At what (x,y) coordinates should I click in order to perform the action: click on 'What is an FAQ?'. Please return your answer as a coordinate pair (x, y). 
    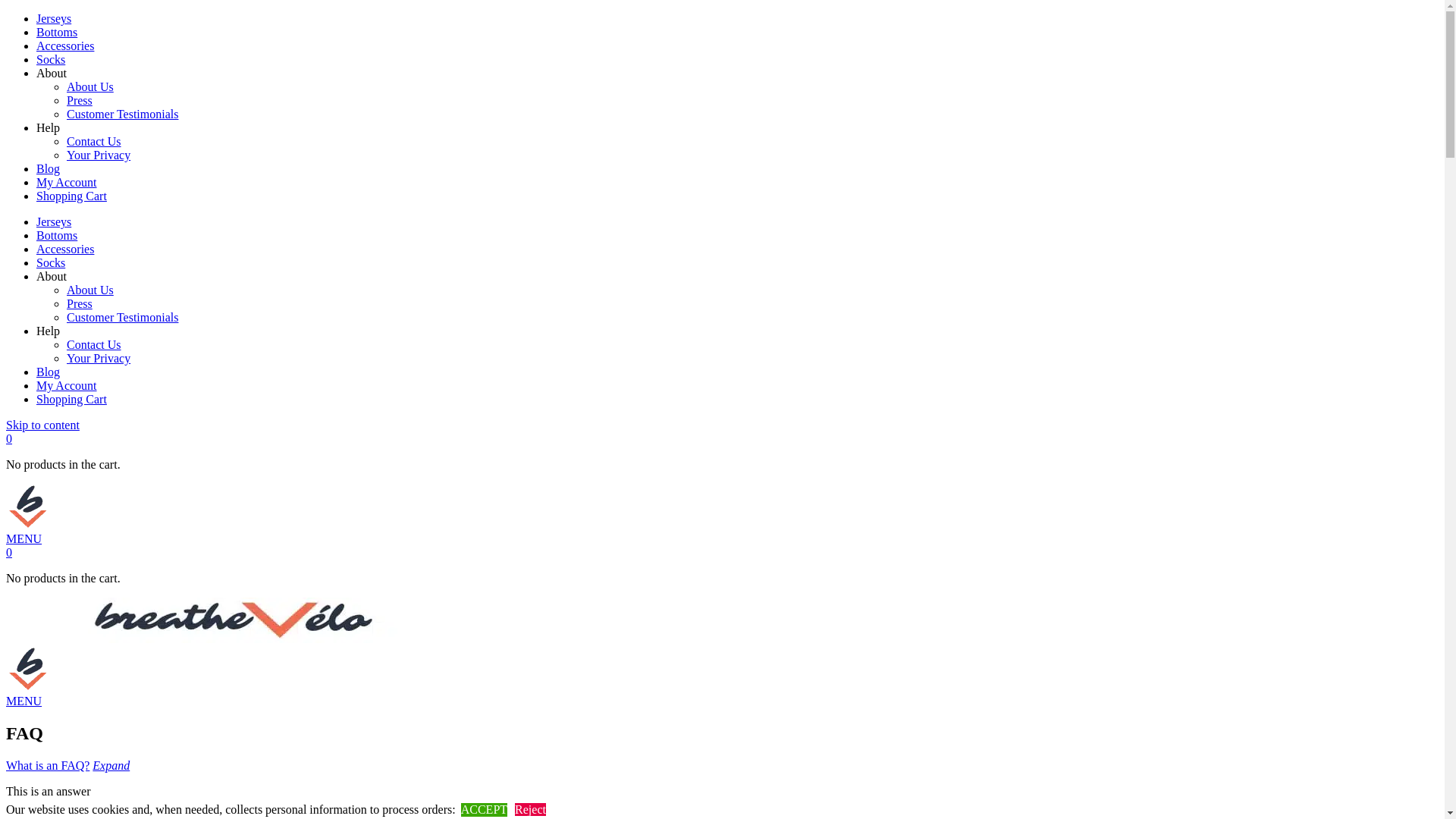
    Looking at the image, I should click on (47, 765).